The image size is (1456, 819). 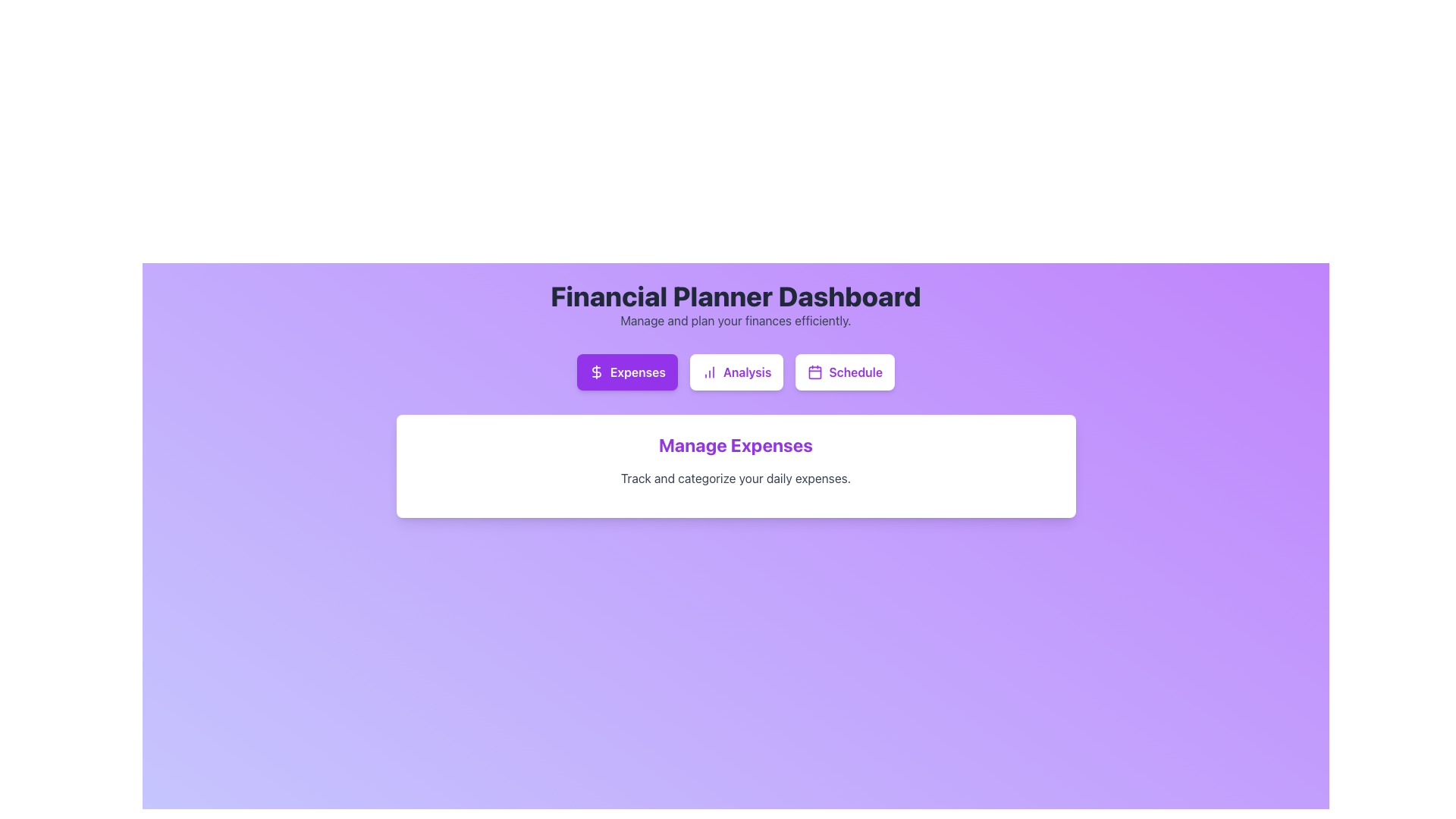 I want to click on text from the Text Header that serves as a title for the section related to managing expenses, located in the center of the page, so click(x=736, y=444).